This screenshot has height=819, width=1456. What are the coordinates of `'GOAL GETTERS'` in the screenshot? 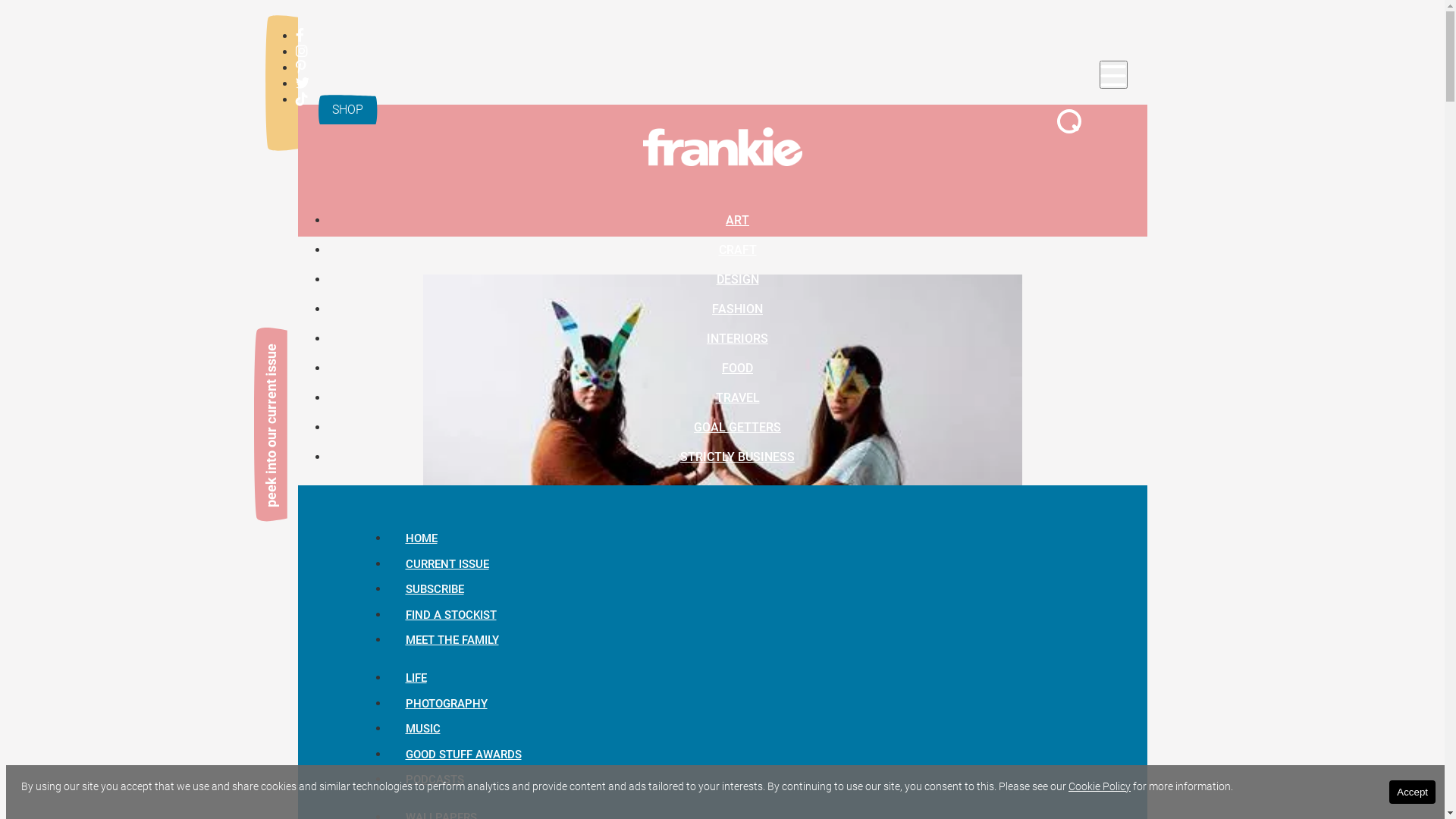 It's located at (737, 426).